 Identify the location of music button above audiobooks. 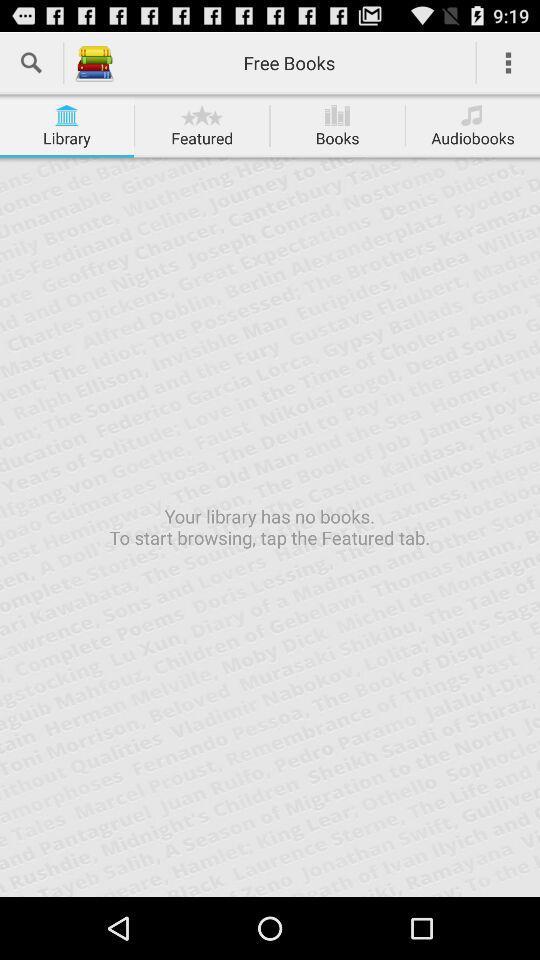
(472, 115).